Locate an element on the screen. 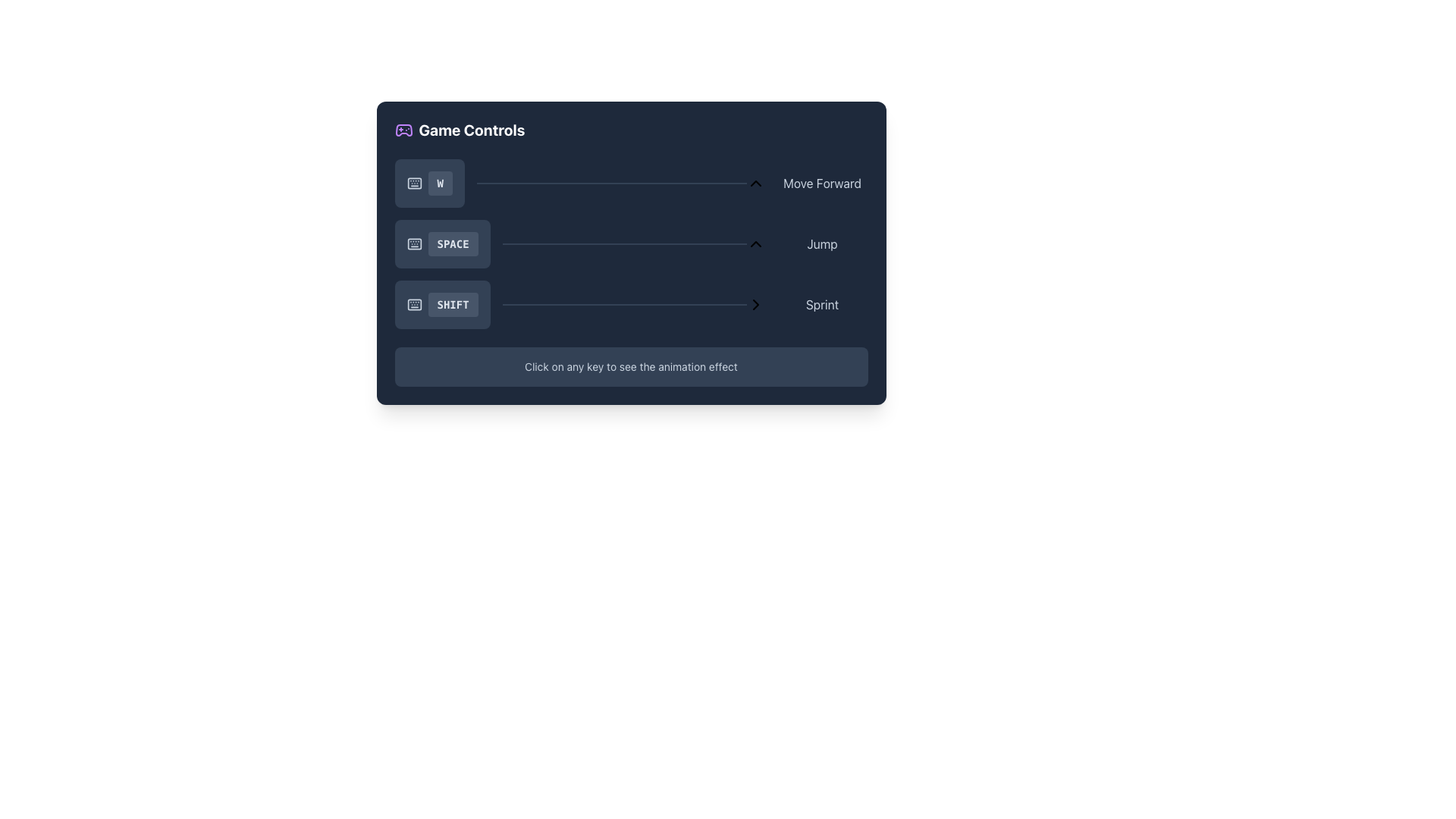 The height and width of the screenshot is (819, 1456). the progress bar associated with the 'Move Forward' control in the 'Game Controls' panel is located at coordinates (620, 183).